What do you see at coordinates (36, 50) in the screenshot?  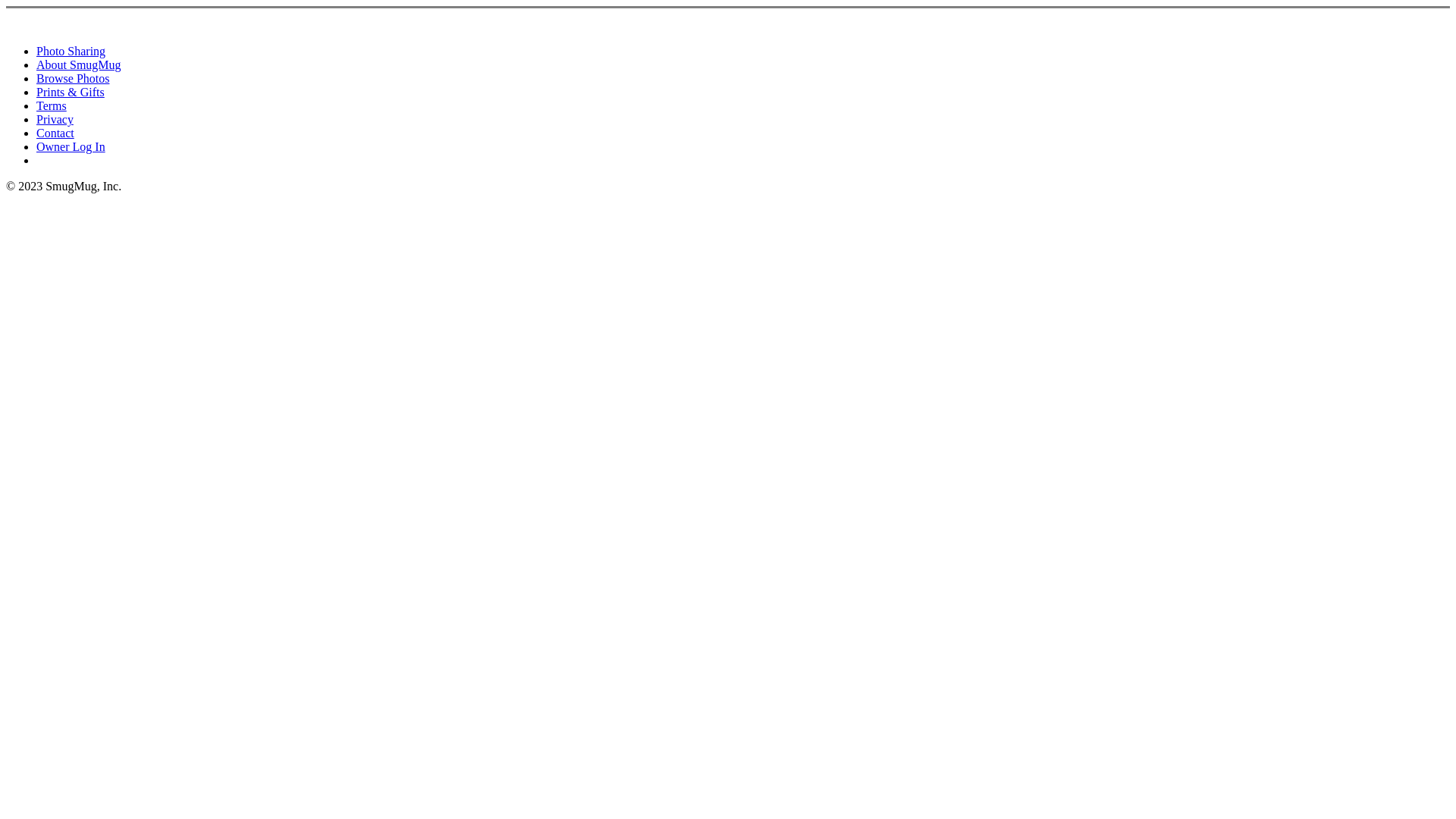 I see `'Photo Sharing'` at bounding box center [36, 50].